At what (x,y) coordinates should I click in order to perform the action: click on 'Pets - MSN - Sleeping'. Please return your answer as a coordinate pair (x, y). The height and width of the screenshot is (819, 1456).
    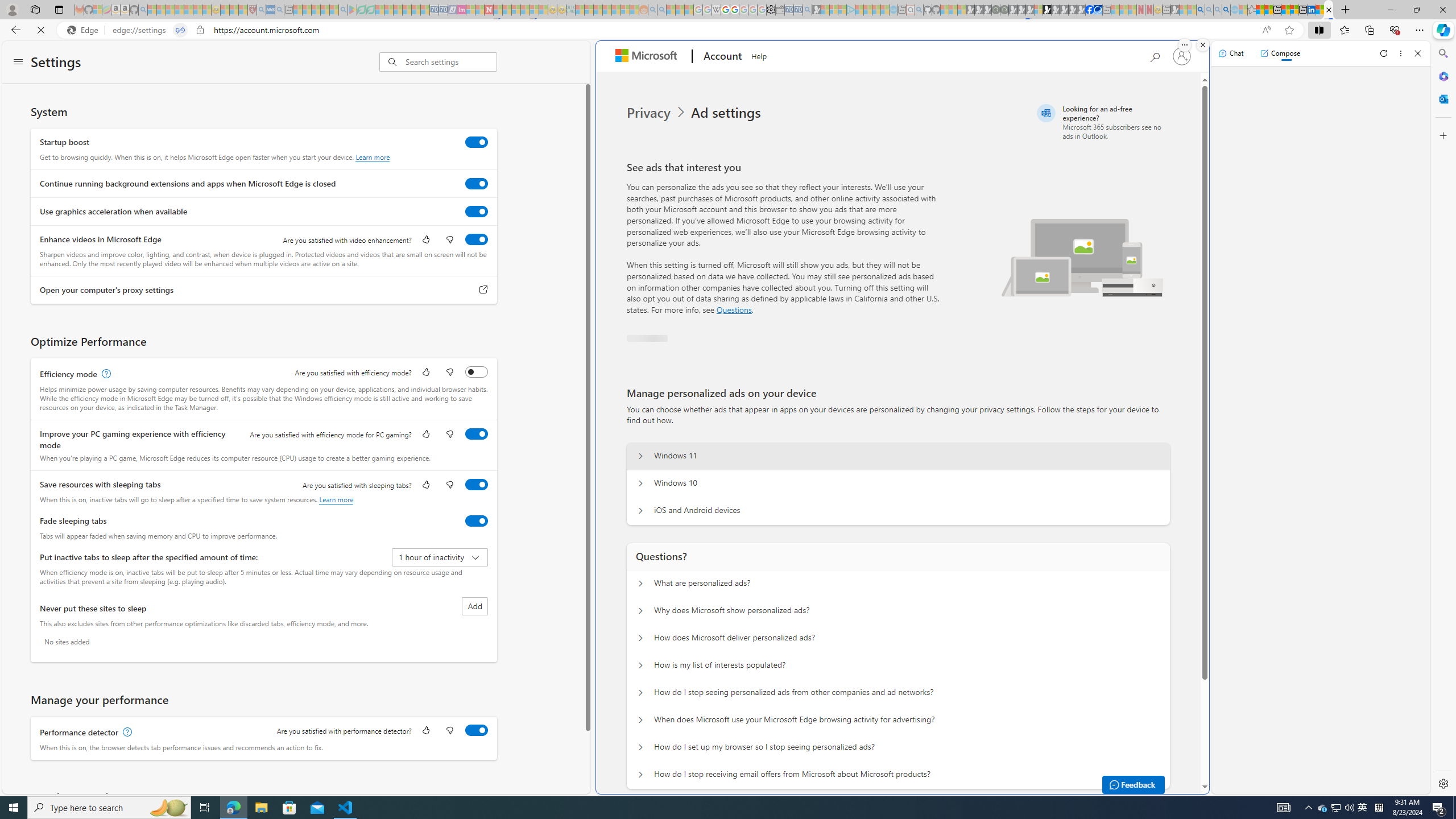
    Looking at the image, I should click on (325, 9).